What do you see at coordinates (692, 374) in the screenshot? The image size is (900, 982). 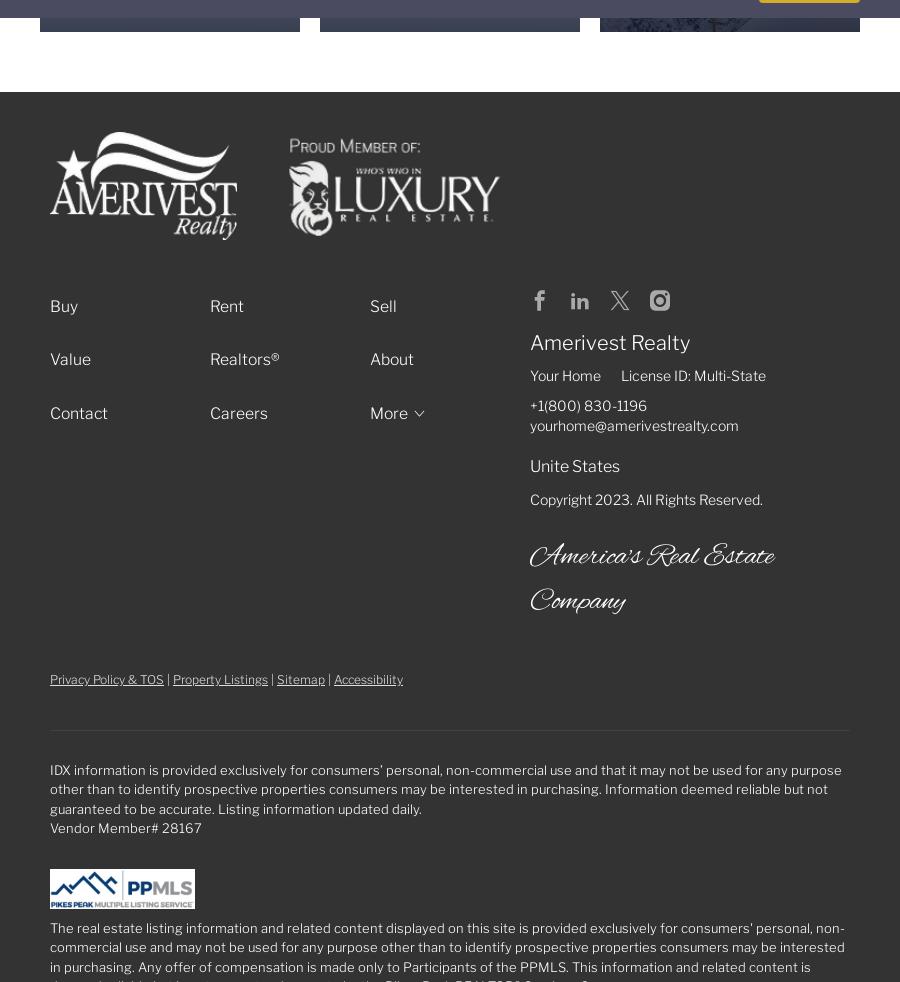 I see `'License ID:  Multi-State'` at bounding box center [692, 374].